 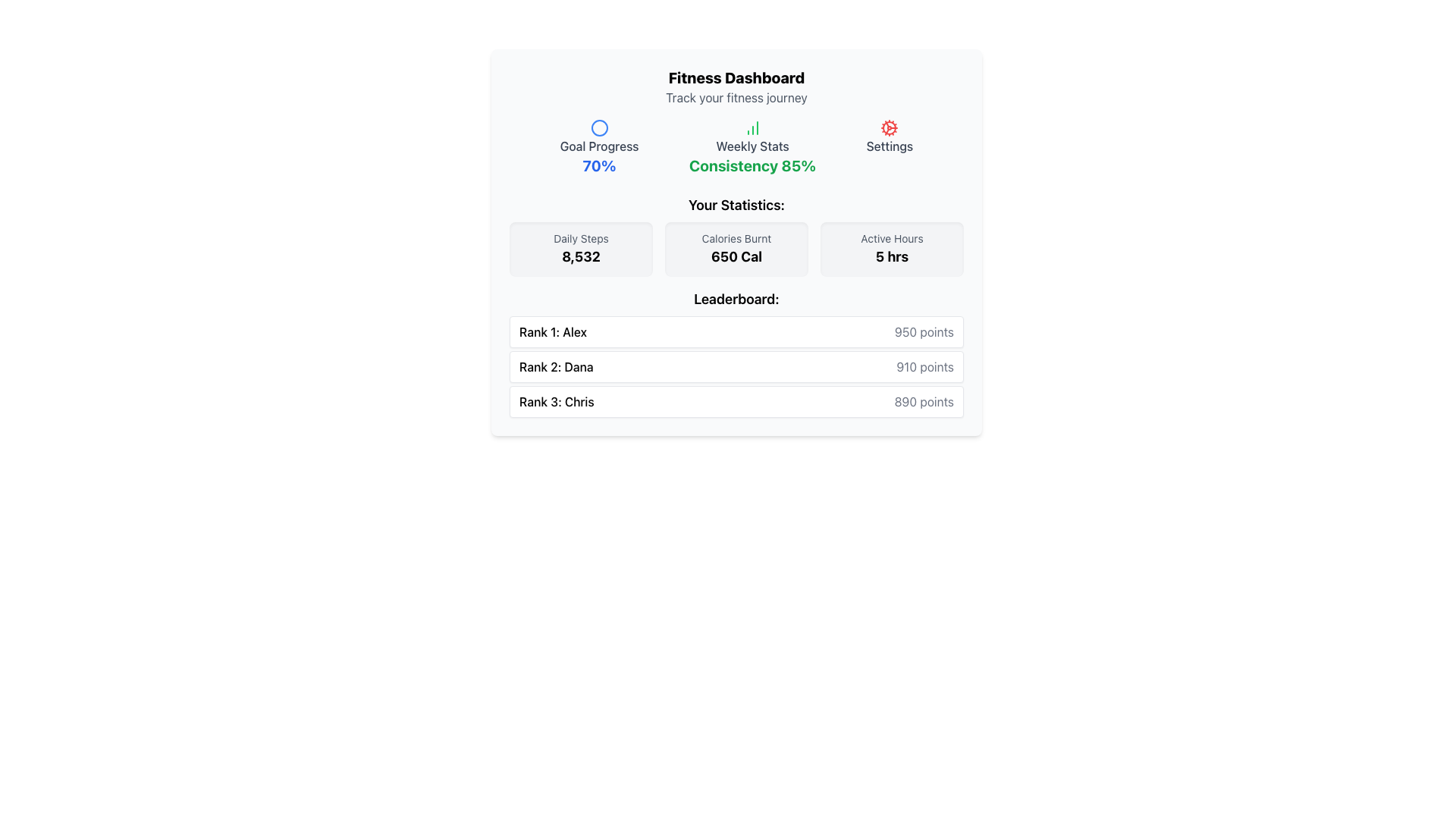 What do you see at coordinates (752, 146) in the screenshot?
I see `the text label displaying 'Weekly Stats' which is styled with a gray font color and positioned between a graph illustration and the text 'Consistency 85%'` at bounding box center [752, 146].